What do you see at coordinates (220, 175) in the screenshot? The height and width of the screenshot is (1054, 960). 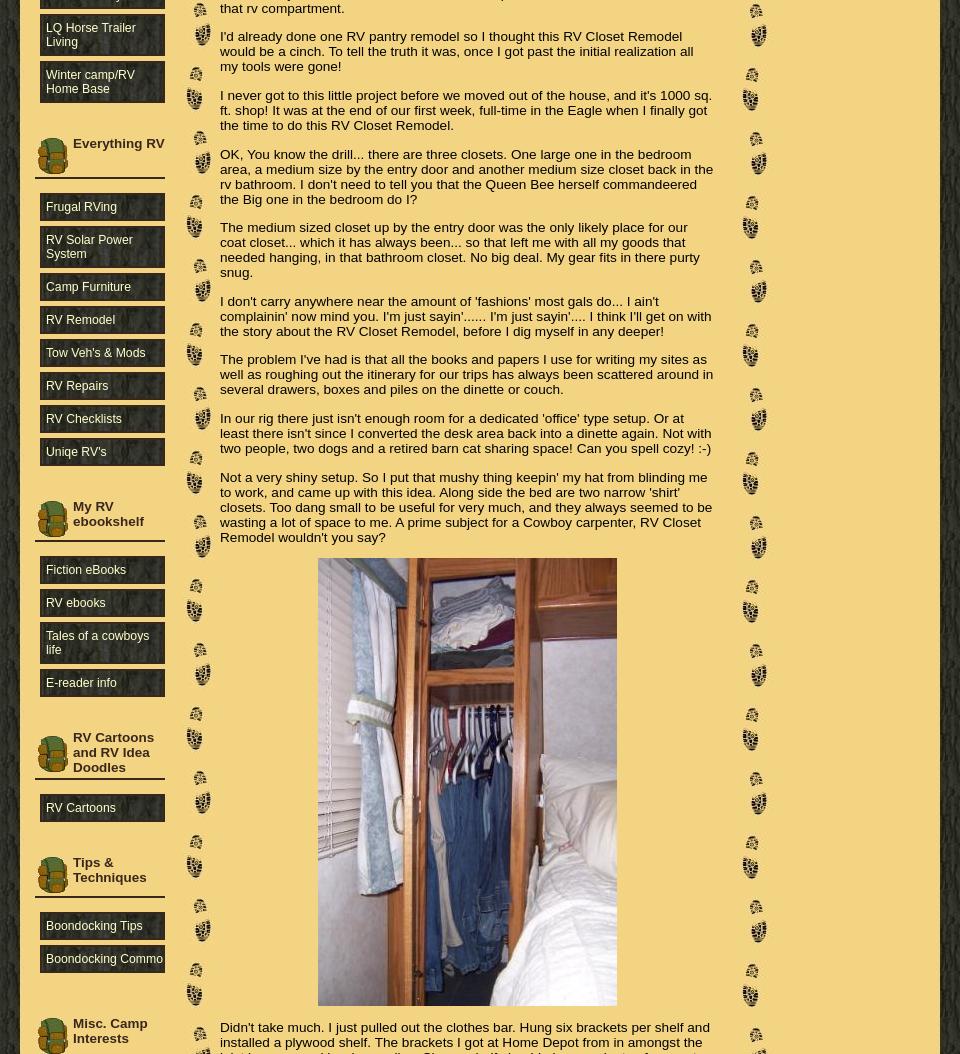 I see `'OK, You know the
drill... there are three closets. One large one in the bedroom area, a
medium size by the entry door and another medium size closet back in the
rv bathroom. I don't need to tell you that the Queen Bee herself
commandeered the Big one in the bedroom do I?'` at bounding box center [220, 175].